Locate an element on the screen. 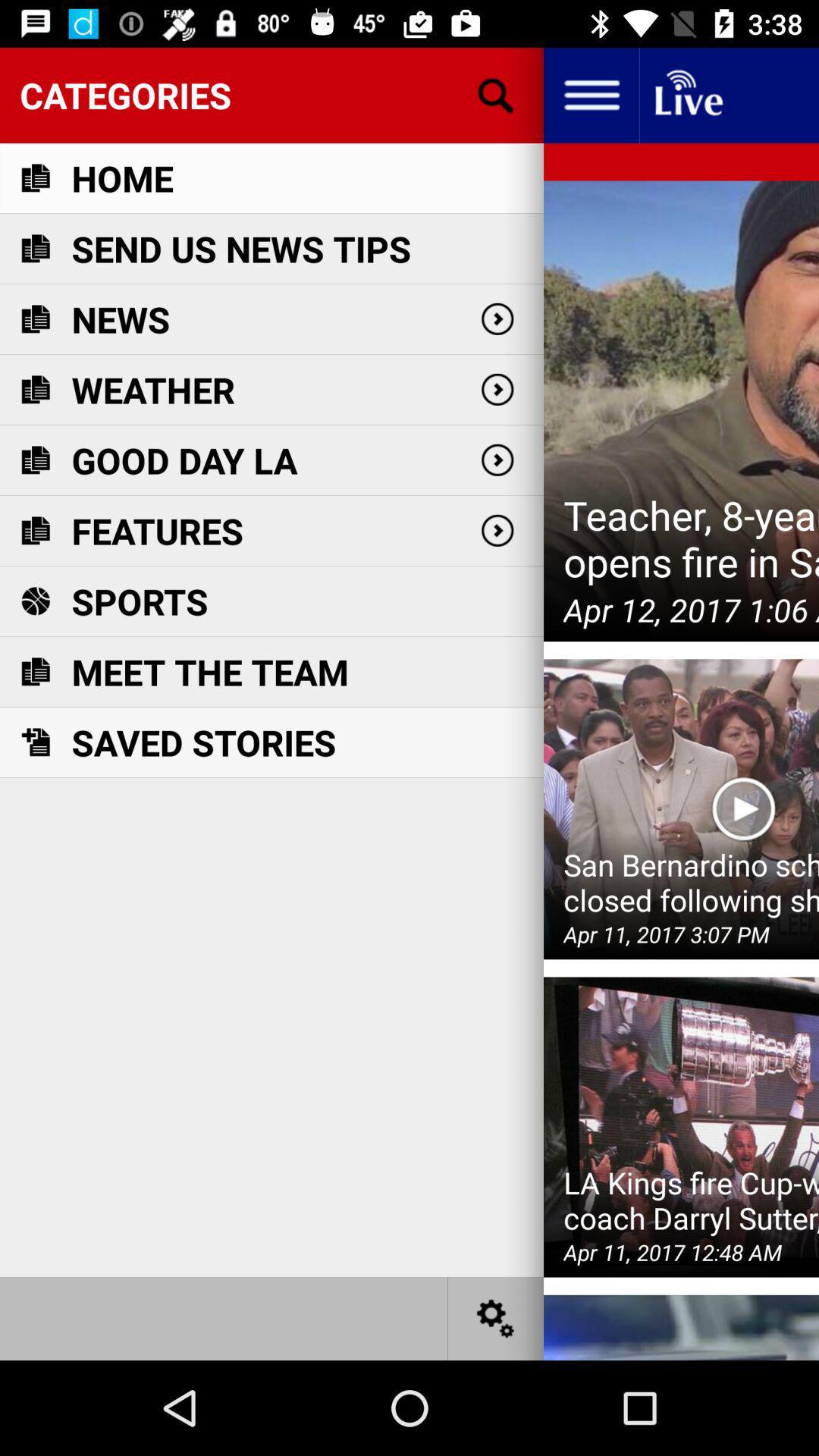 This screenshot has height=1456, width=819. open settings is located at coordinates (496, 1317).